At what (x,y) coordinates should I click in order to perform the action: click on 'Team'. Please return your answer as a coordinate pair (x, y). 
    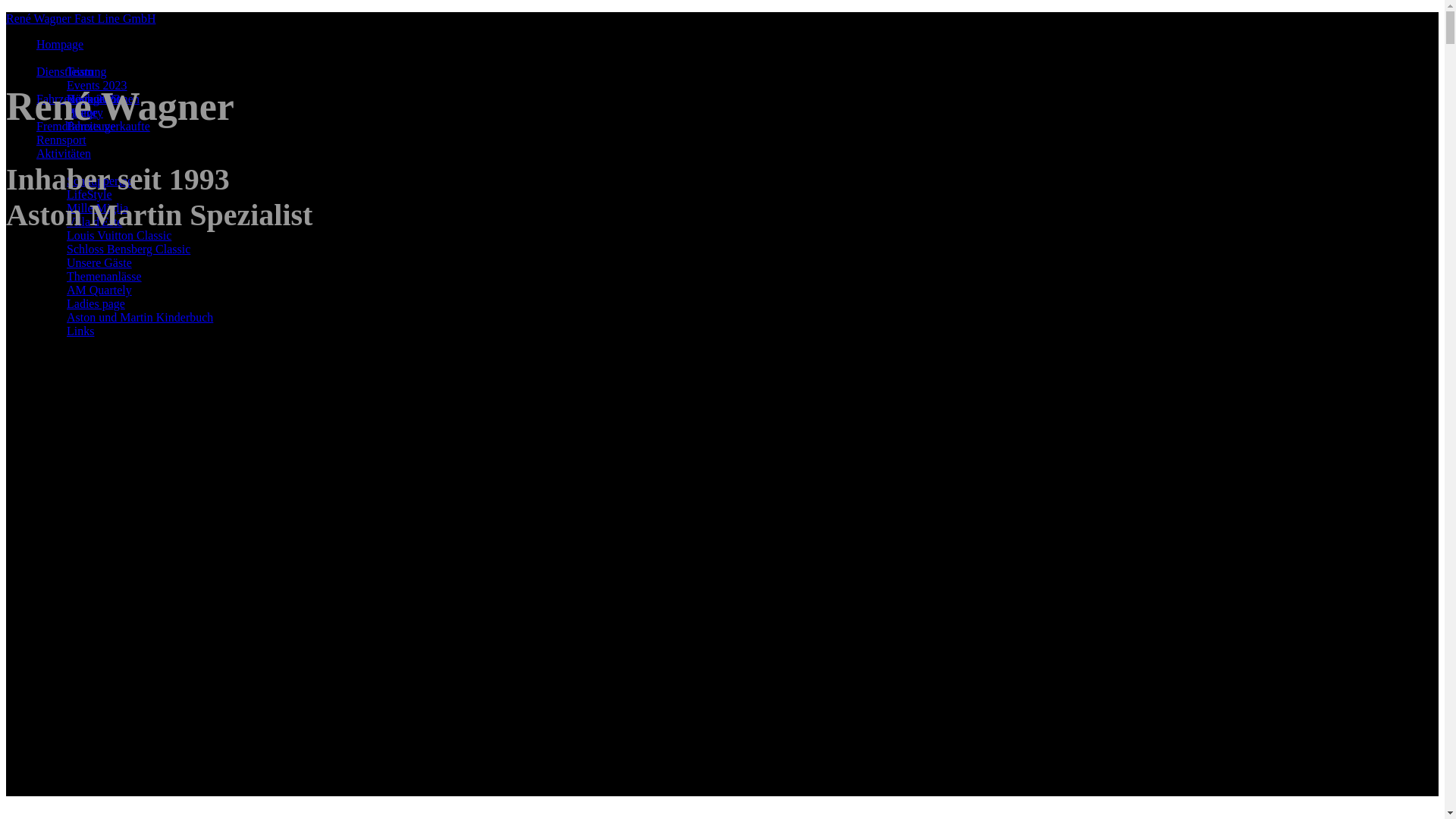
    Looking at the image, I should click on (79, 71).